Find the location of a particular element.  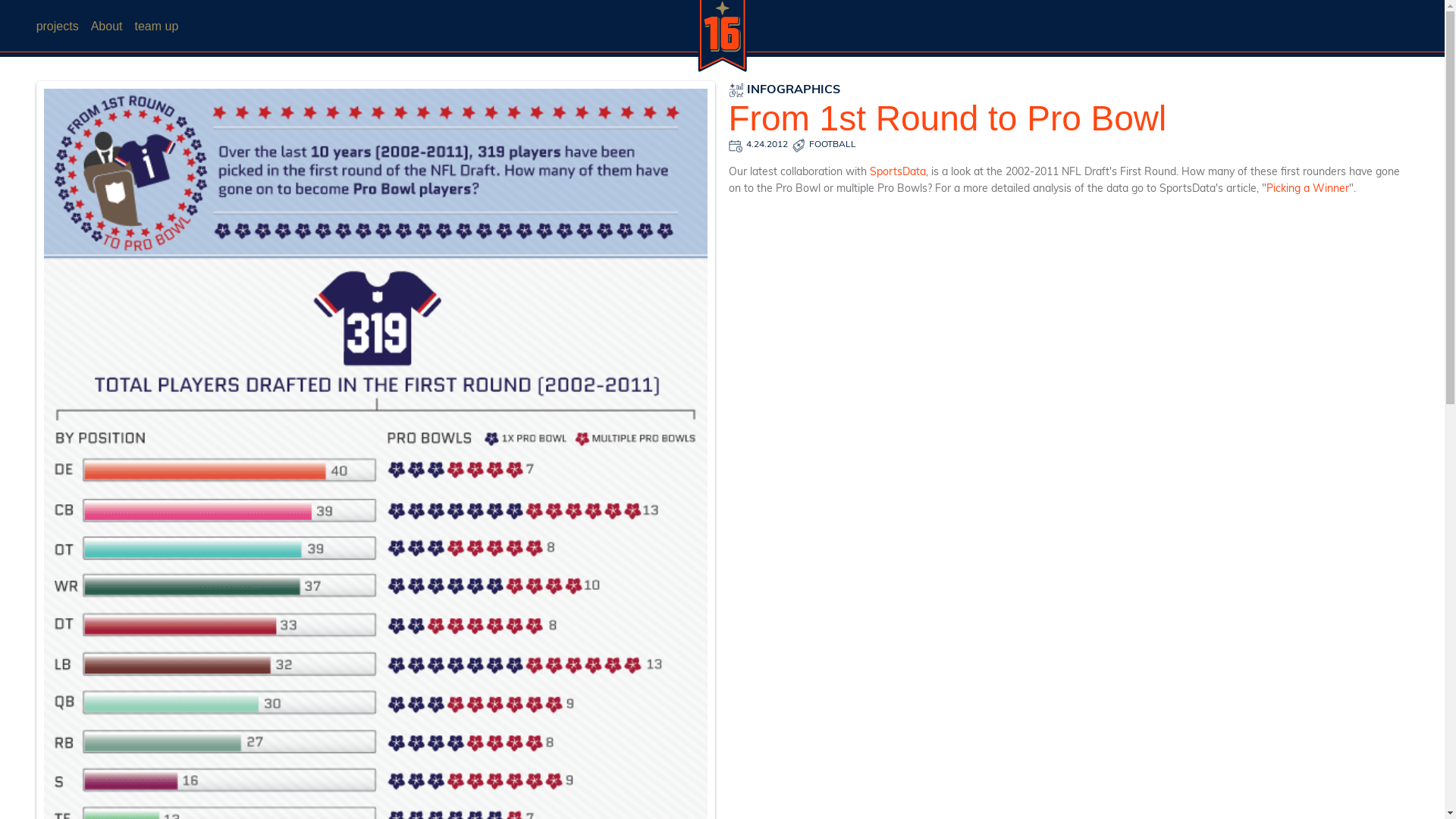

'Picking a Winner' is located at coordinates (1266, 188).